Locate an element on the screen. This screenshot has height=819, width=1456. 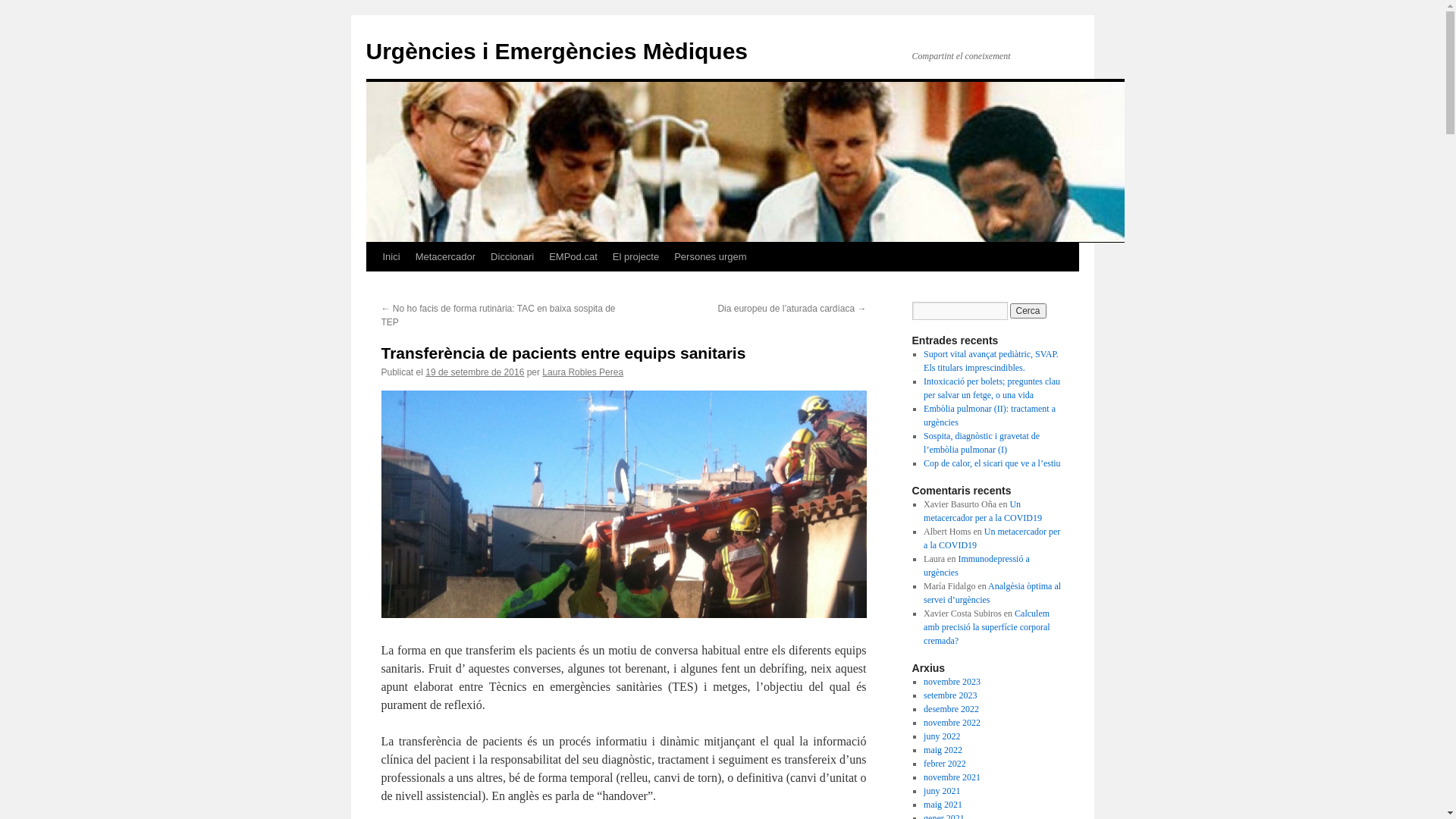
'EMPod.cat' is located at coordinates (573, 256).